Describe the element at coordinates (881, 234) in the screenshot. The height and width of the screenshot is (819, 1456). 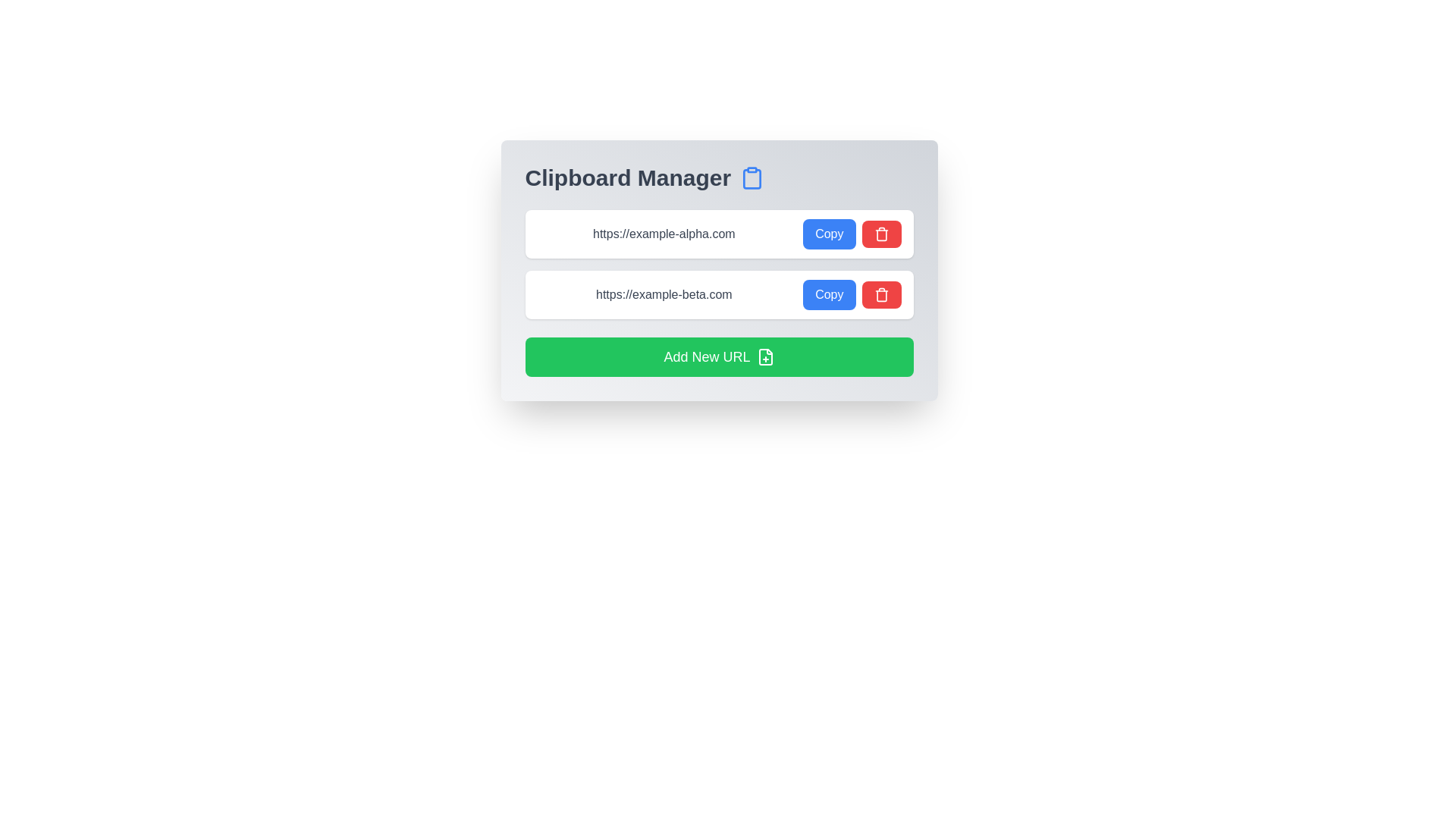
I see `the delete button located immediately to the right of the blue 'Copy' button in the clipboard manager interface` at that location.